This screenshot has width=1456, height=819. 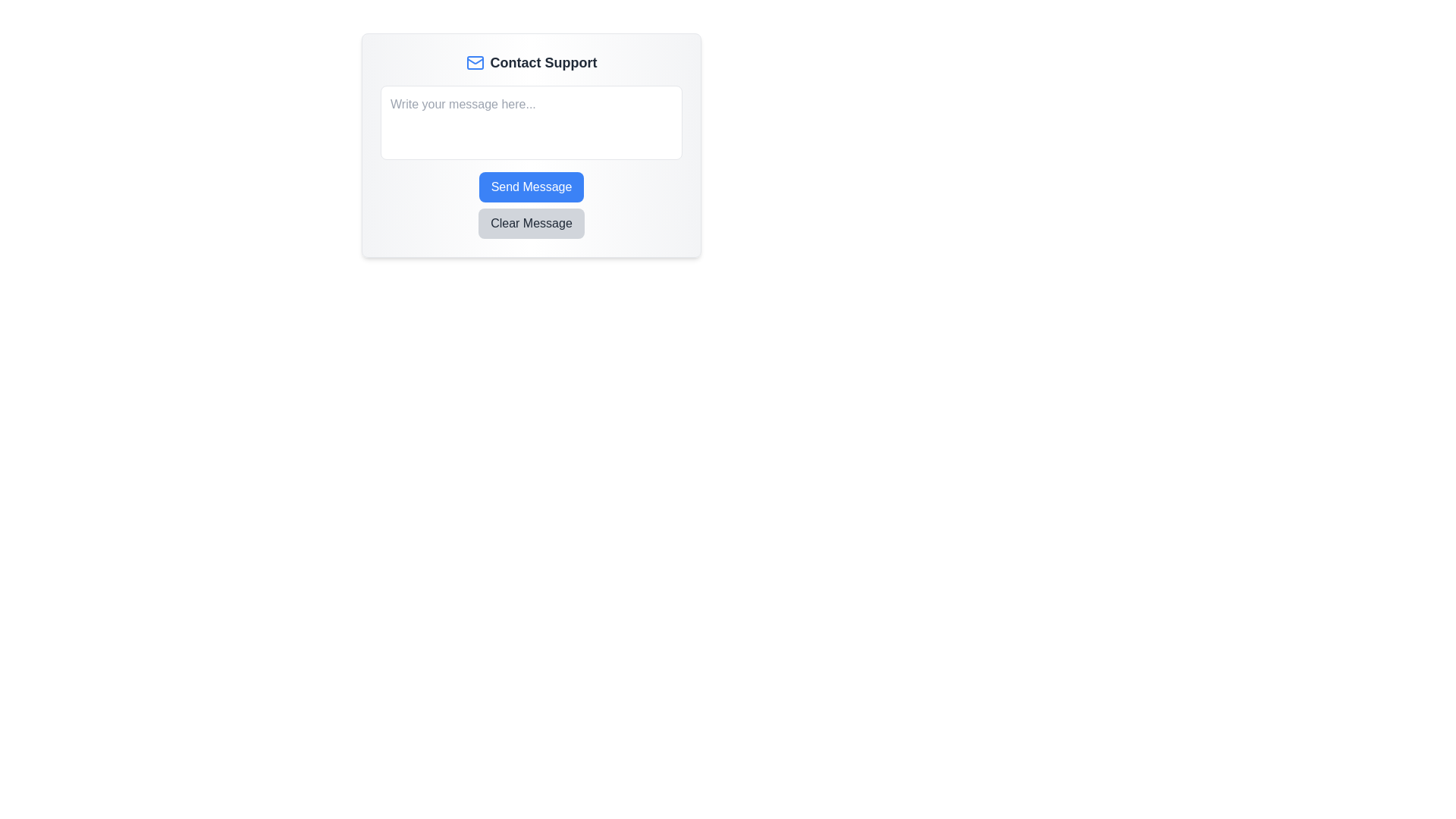 I want to click on the 'Send Message' button to view the focus ring effect, so click(x=531, y=186).